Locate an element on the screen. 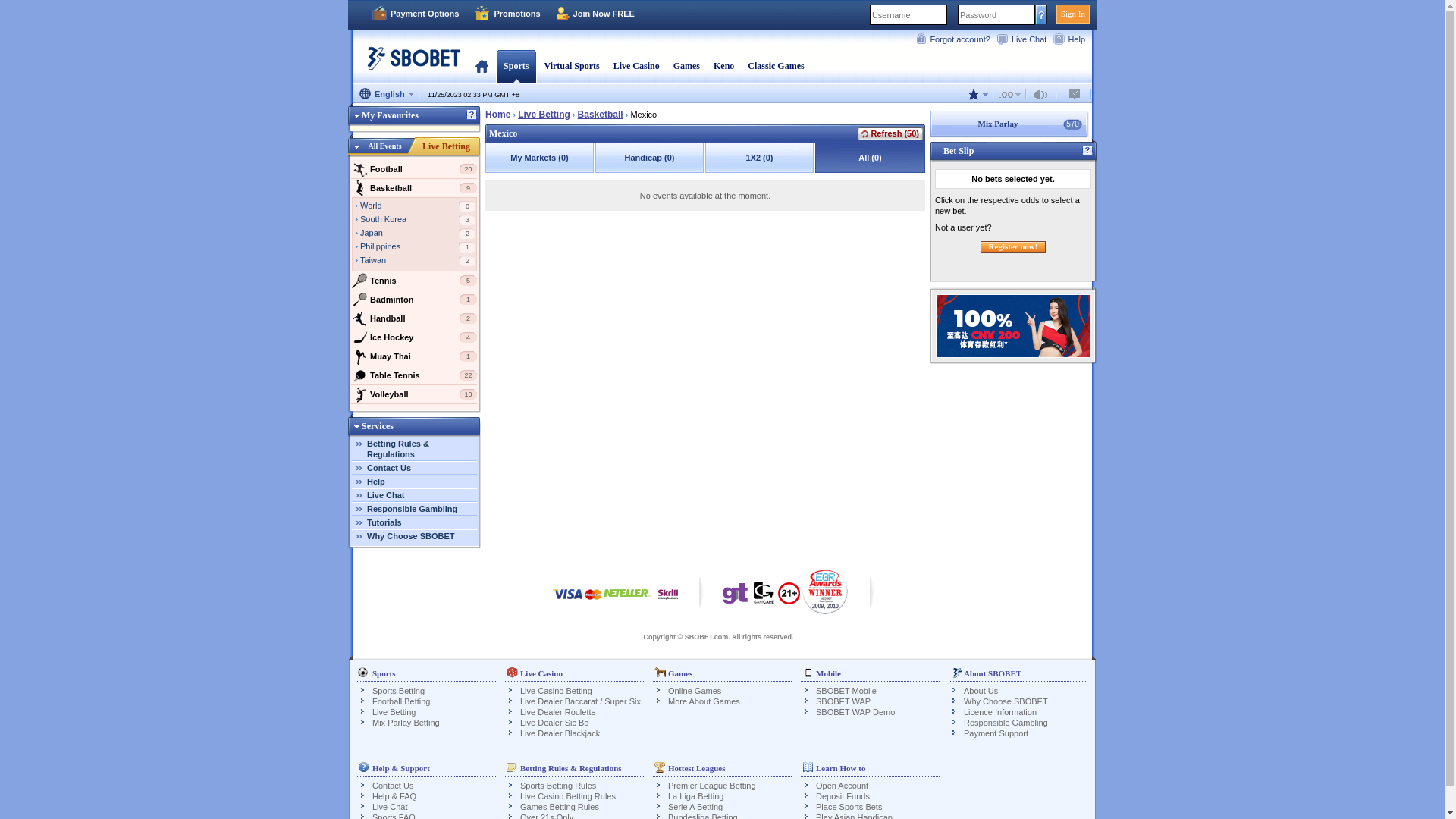 Image resolution: width=1456 pixels, height=819 pixels. 'SBOBET WAP Demo' is located at coordinates (855, 711).